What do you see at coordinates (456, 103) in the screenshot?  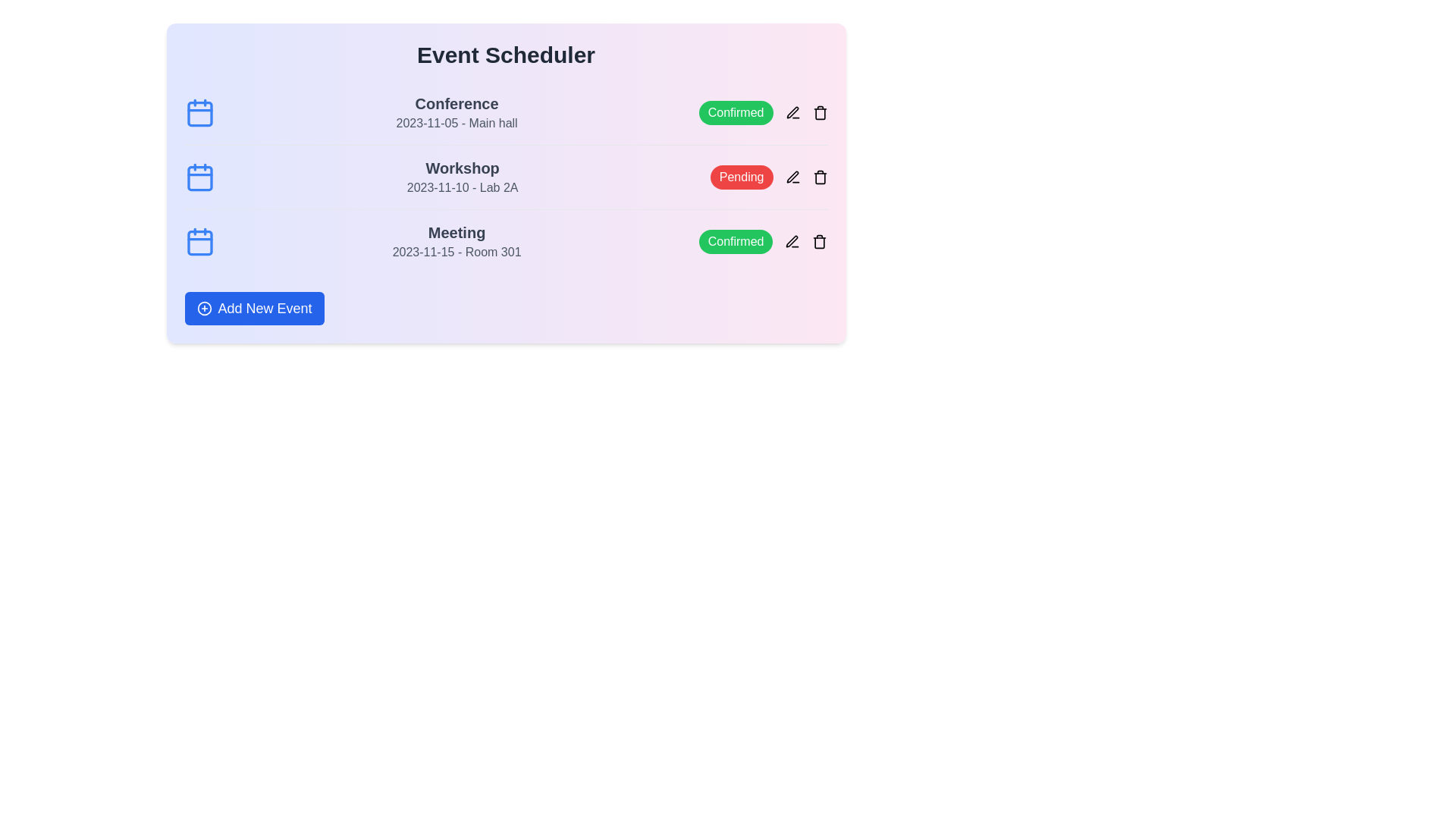 I see `text label indicating the event's title 'Conference' located at the top of the section in the event scheduler interface` at bounding box center [456, 103].